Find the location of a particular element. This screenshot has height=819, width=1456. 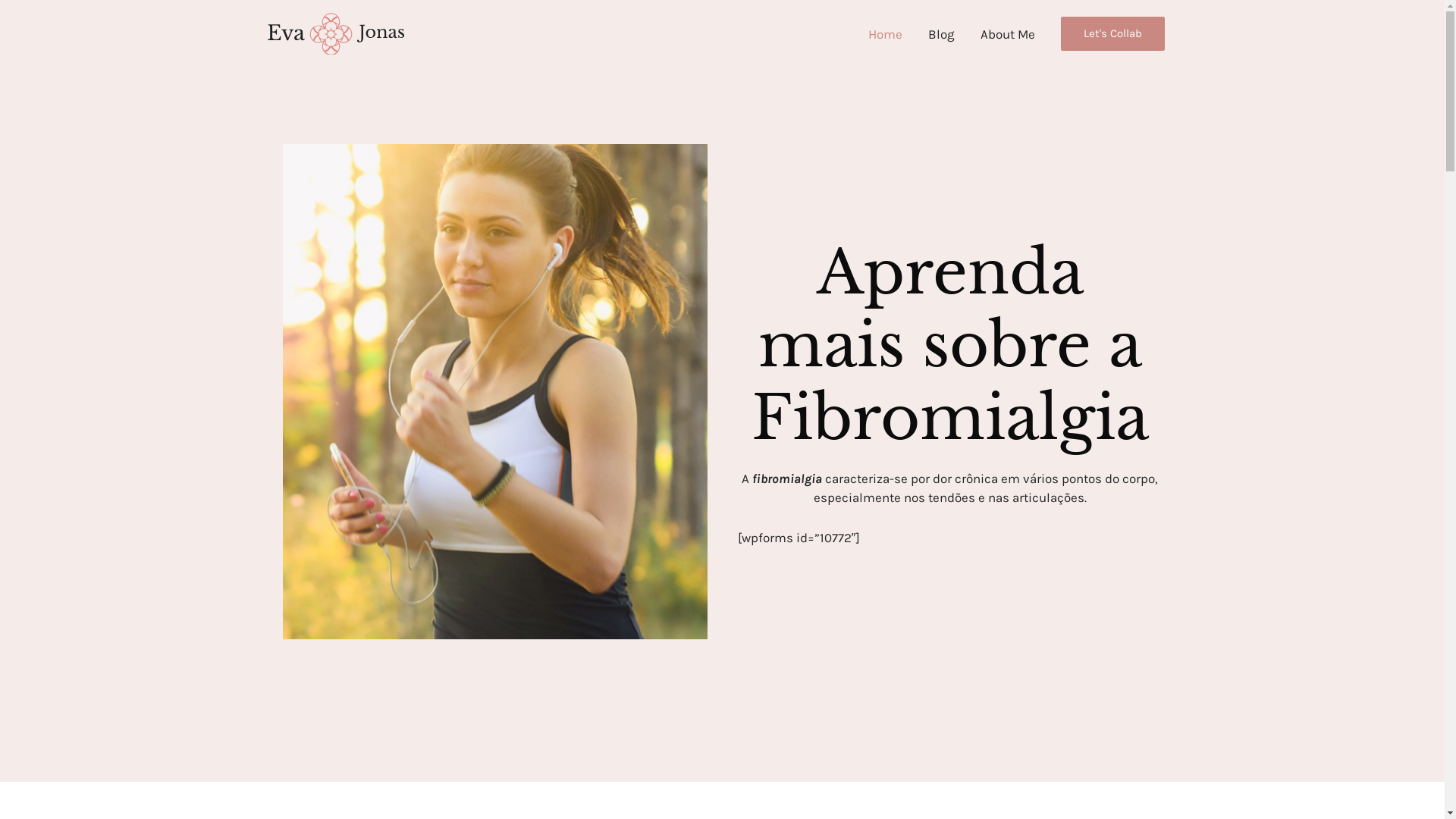

'Home' is located at coordinates (855, 34).